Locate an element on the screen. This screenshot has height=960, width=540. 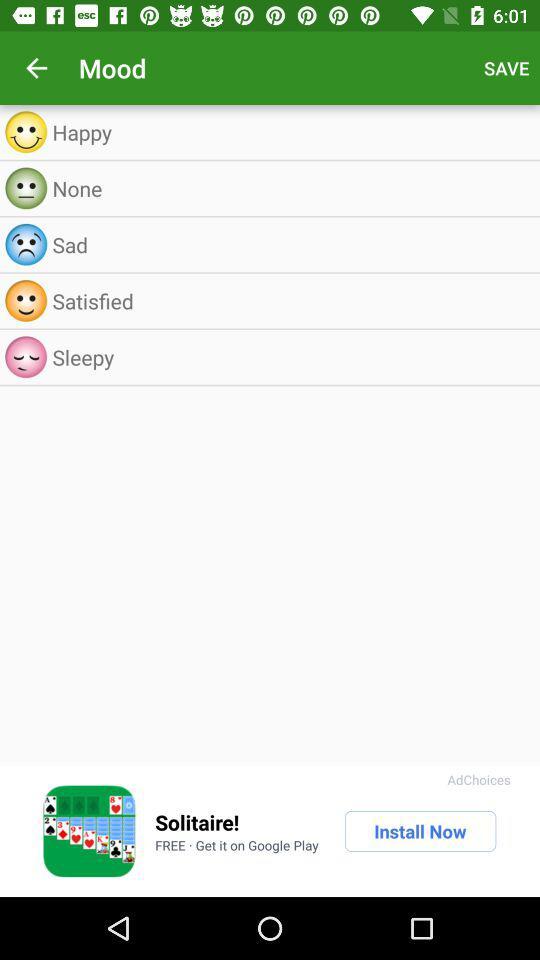
the install now is located at coordinates (419, 831).